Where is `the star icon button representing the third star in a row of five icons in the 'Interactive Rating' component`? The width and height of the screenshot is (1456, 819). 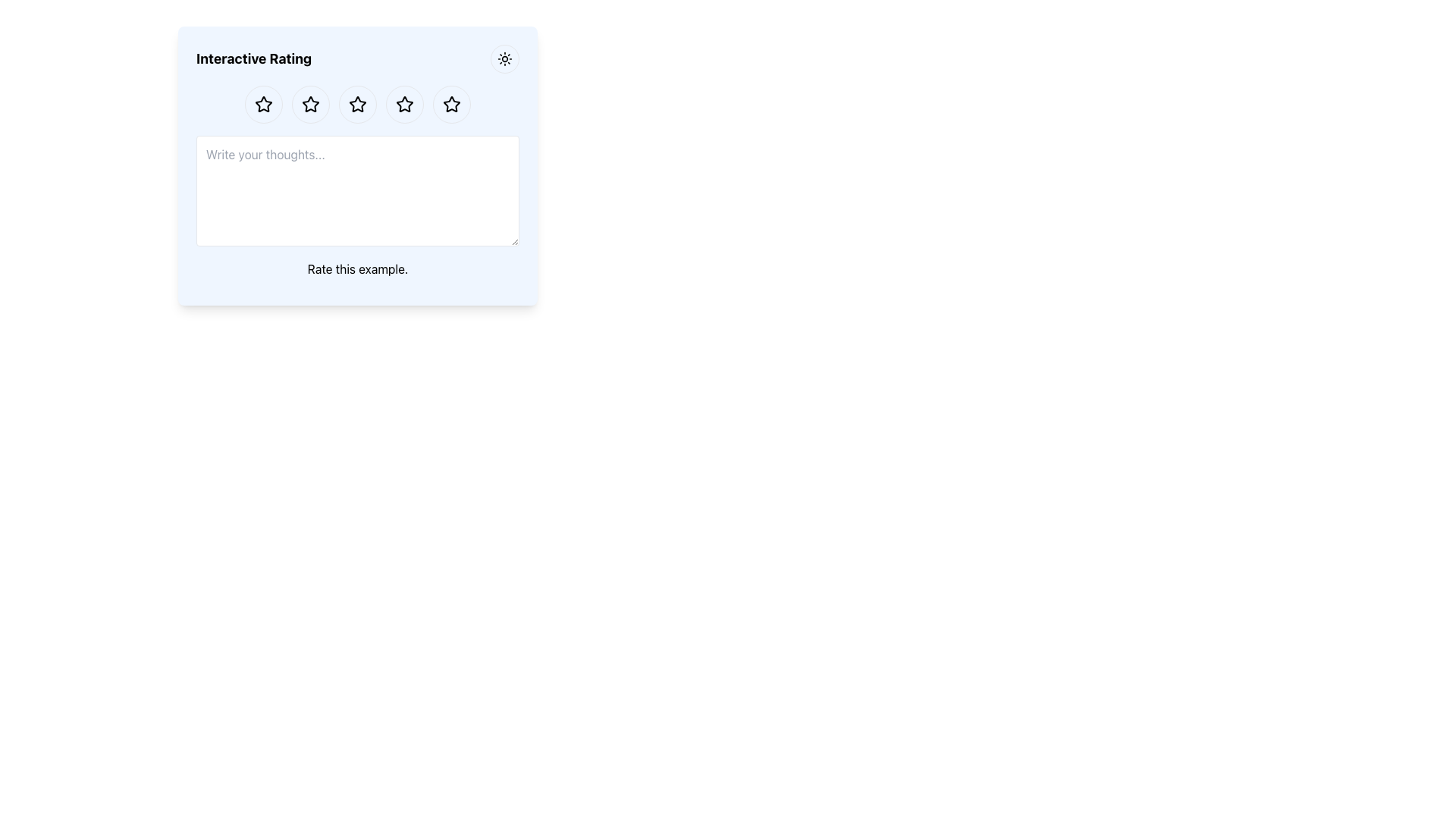 the star icon button representing the third star in a row of five icons in the 'Interactive Rating' component is located at coordinates (356, 104).